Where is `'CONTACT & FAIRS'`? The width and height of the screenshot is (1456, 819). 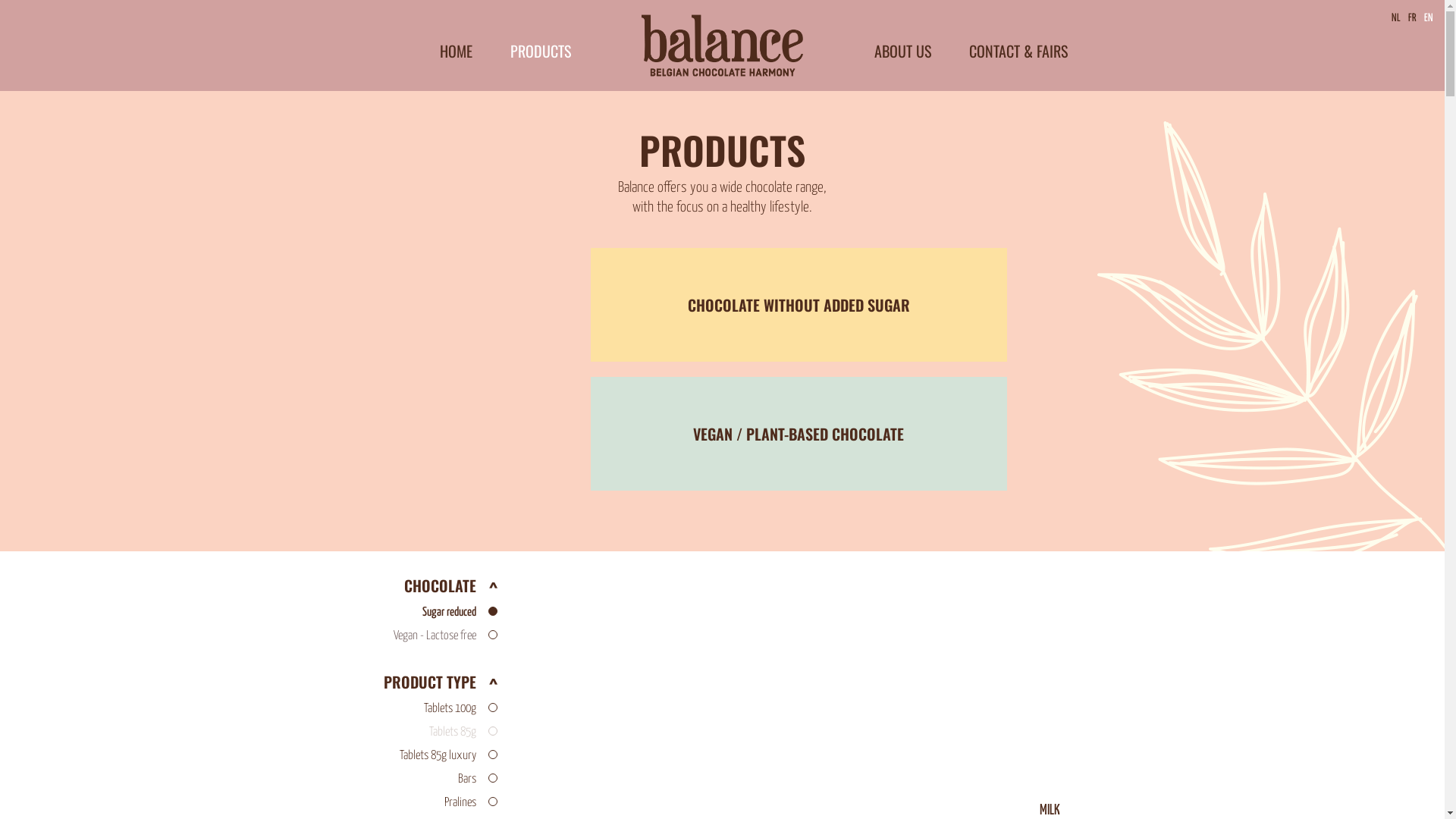 'CONTACT & FAIRS' is located at coordinates (968, 49).